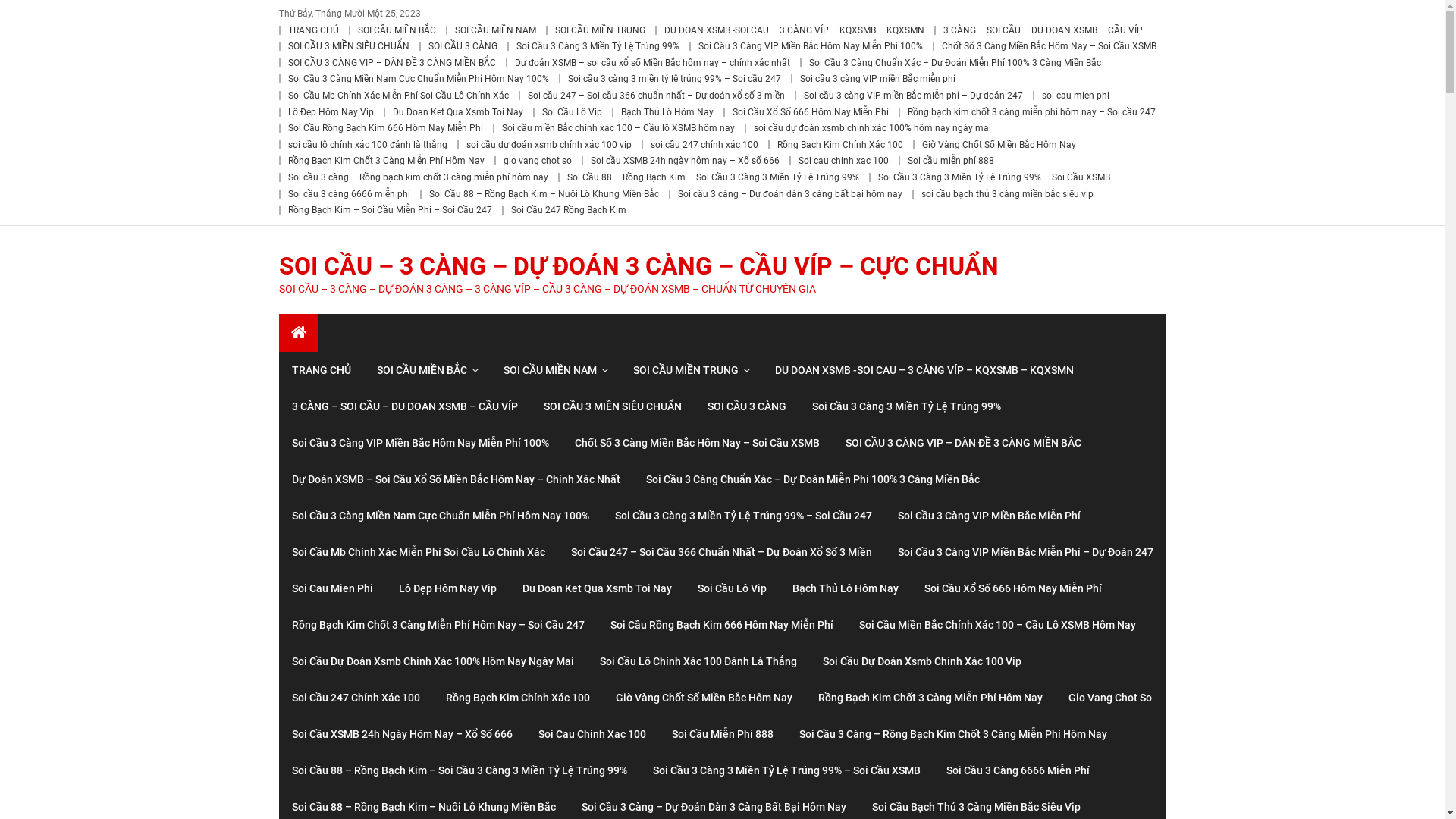  Describe the element at coordinates (538, 161) in the screenshot. I see `'gio vang chot so'` at that location.